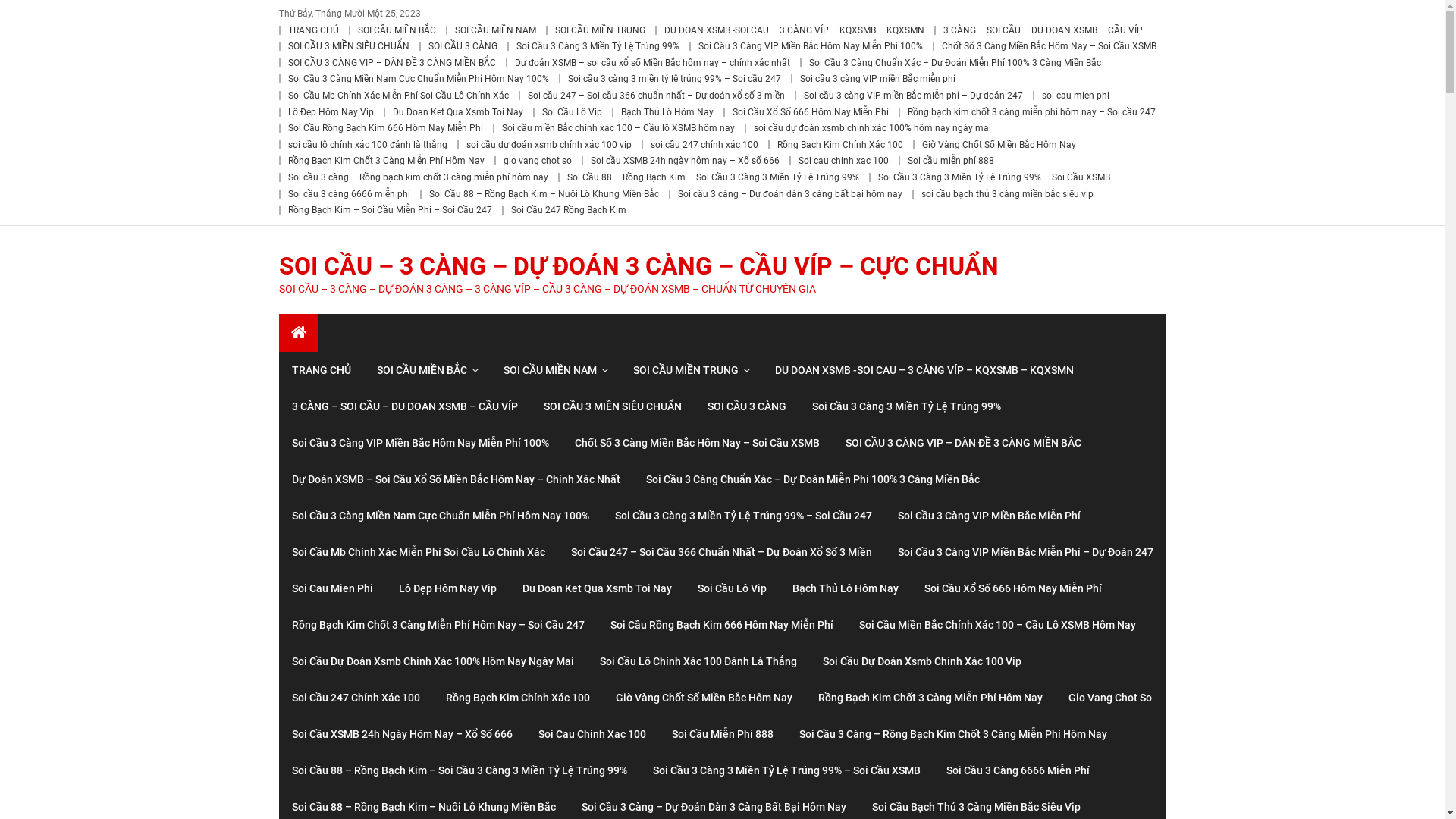  Describe the element at coordinates (538, 161) in the screenshot. I see `'gio vang chot so'` at that location.